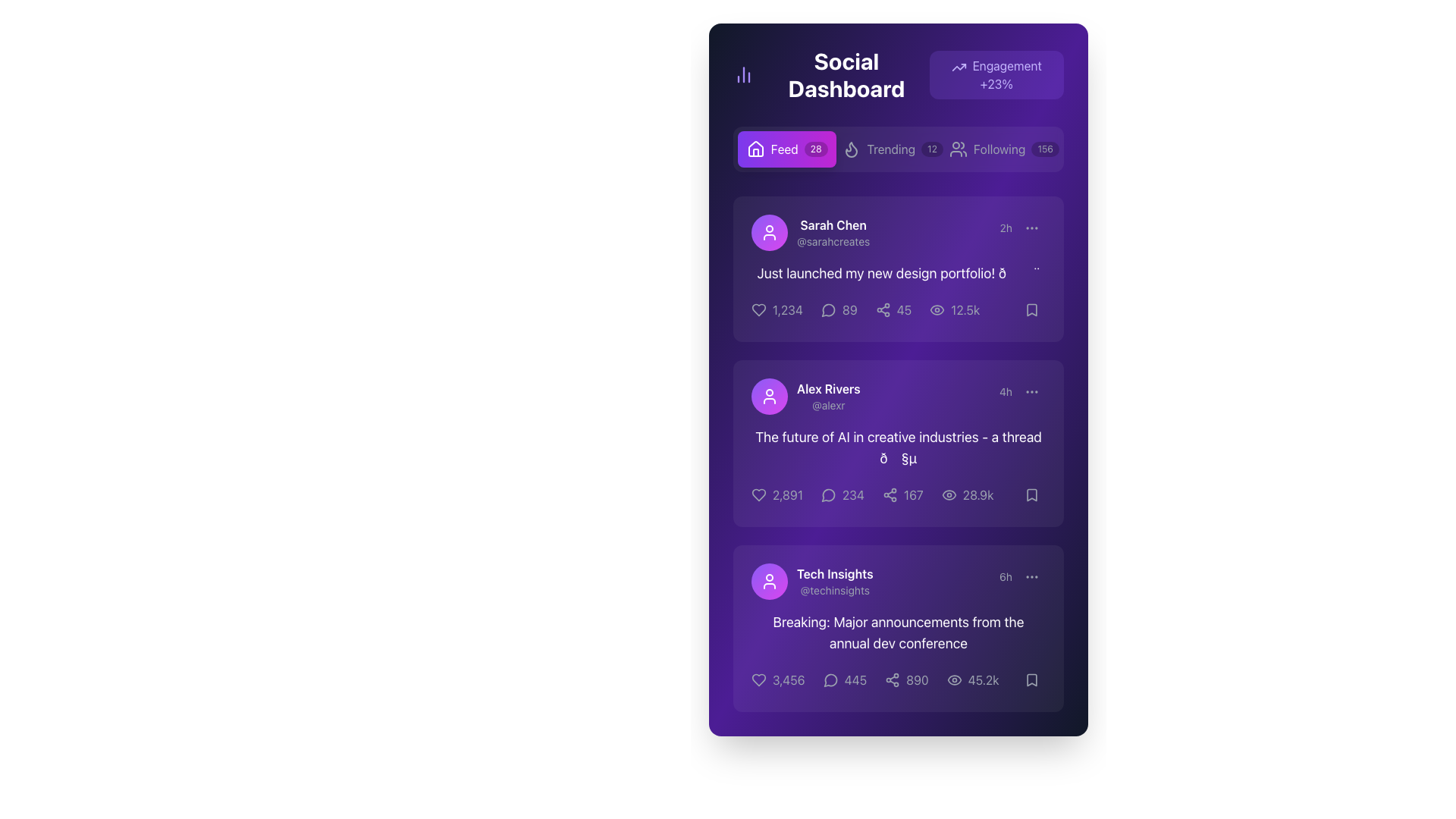 The width and height of the screenshot is (1456, 819). Describe the element at coordinates (999, 149) in the screenshot. I see `the clickable text label displaying 'Following' in light gray on a dark purple background in the top navigation menu` at that location.